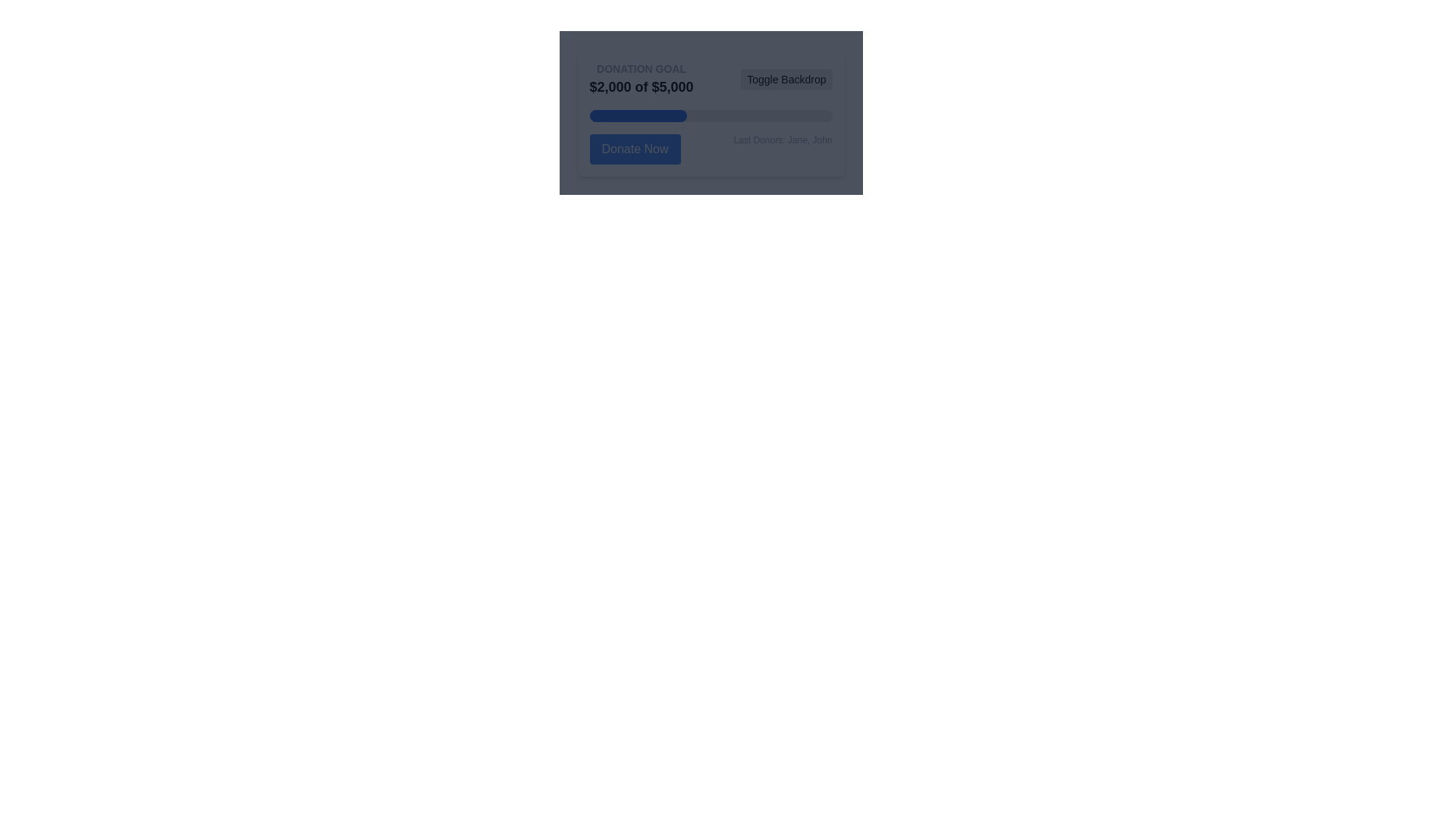 The width and height of the screenshot is (1456, 819). I want to click on the informational display that lists the most recent donors, which is positioned to the right of the 'Donate Now' button, so click(783, 149).